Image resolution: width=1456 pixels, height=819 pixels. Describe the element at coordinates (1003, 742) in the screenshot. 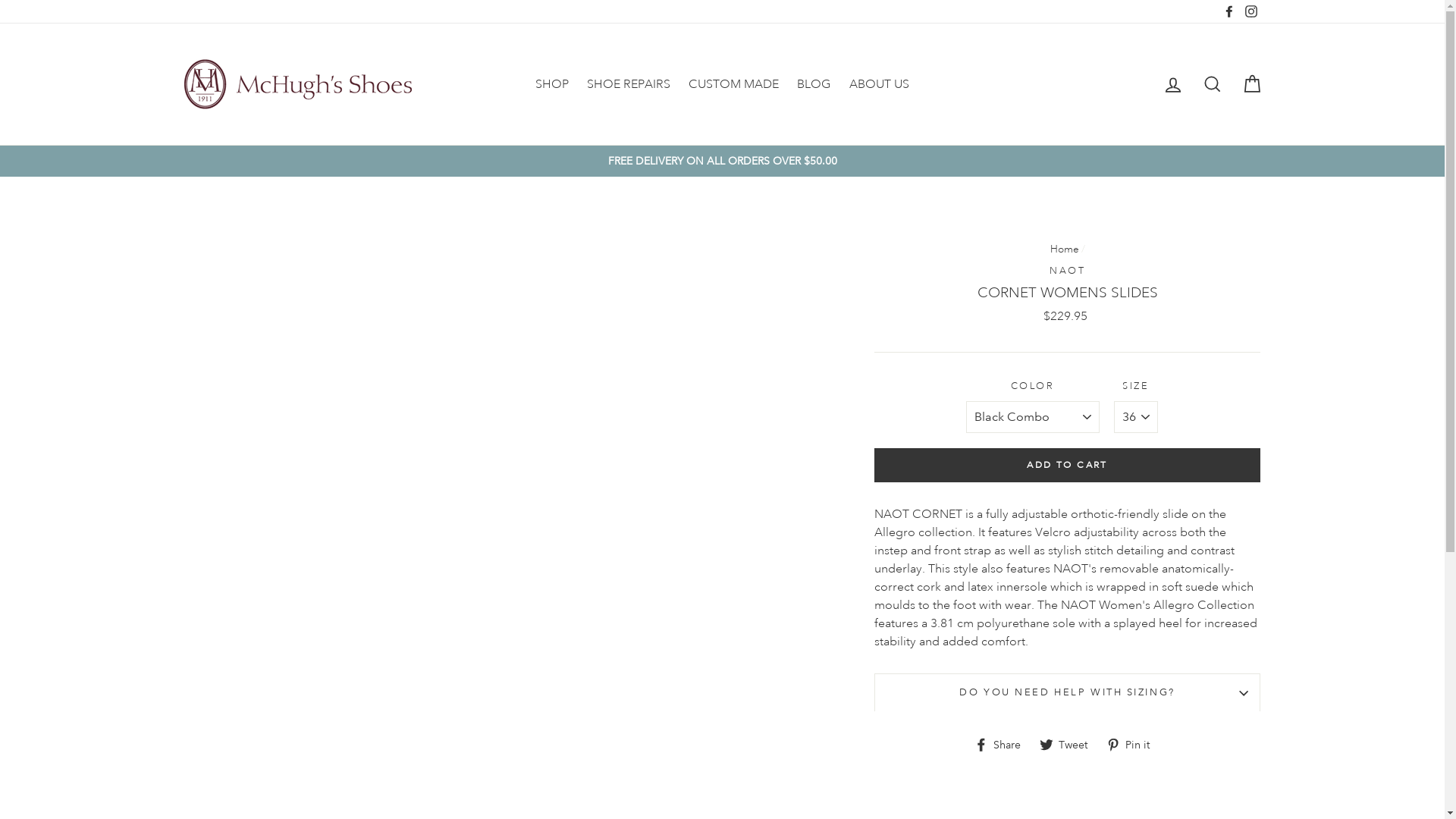

I see `'Share` at that location.